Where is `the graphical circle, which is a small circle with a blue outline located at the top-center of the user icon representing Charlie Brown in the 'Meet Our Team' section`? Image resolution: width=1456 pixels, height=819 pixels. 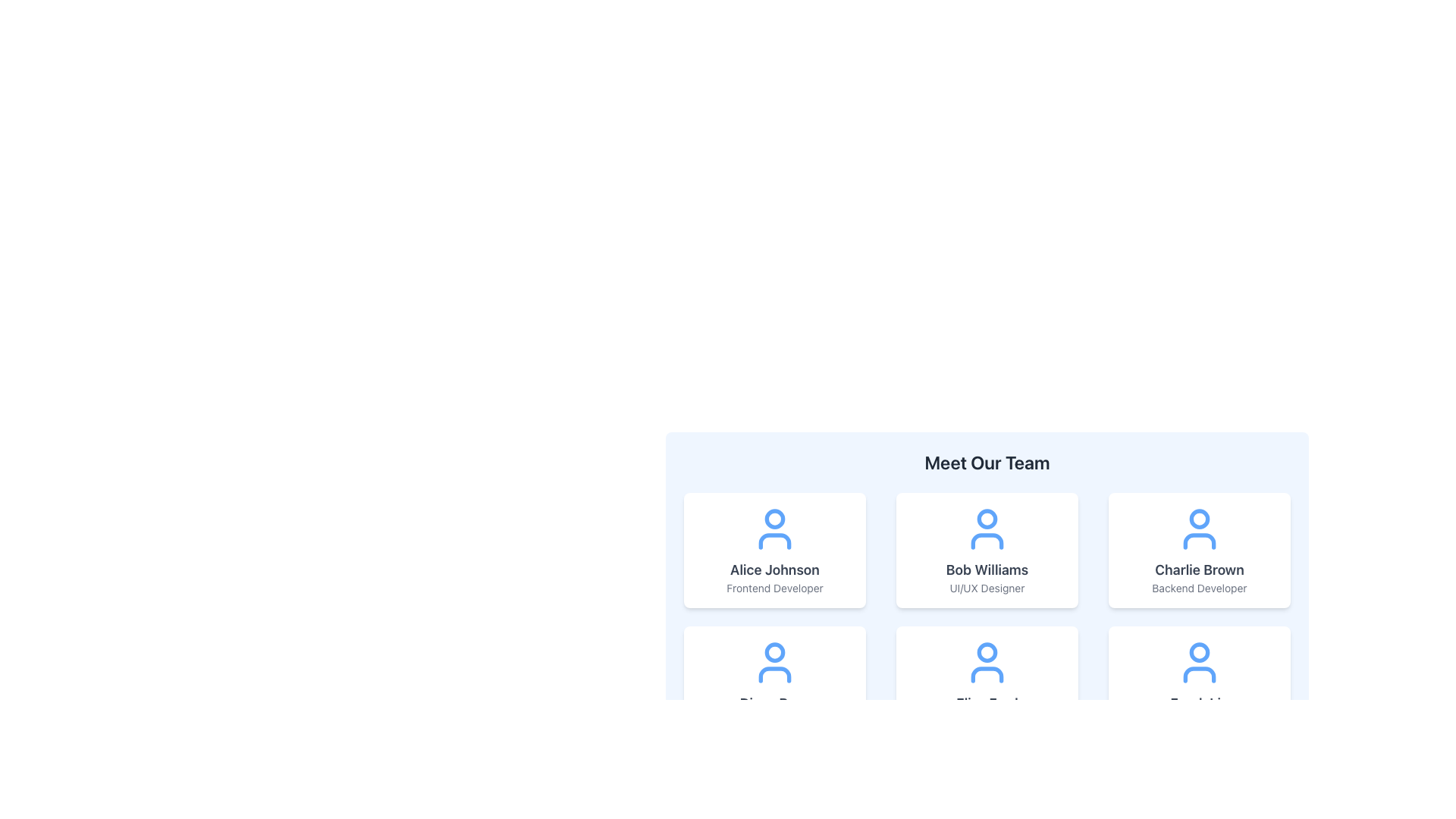 the graphical circle, which is a small circle with a blue outline located at the top-center of the user icon representing Charlie Brown in the 'Meet Our Team' section is located at coordinates (1199, 517).